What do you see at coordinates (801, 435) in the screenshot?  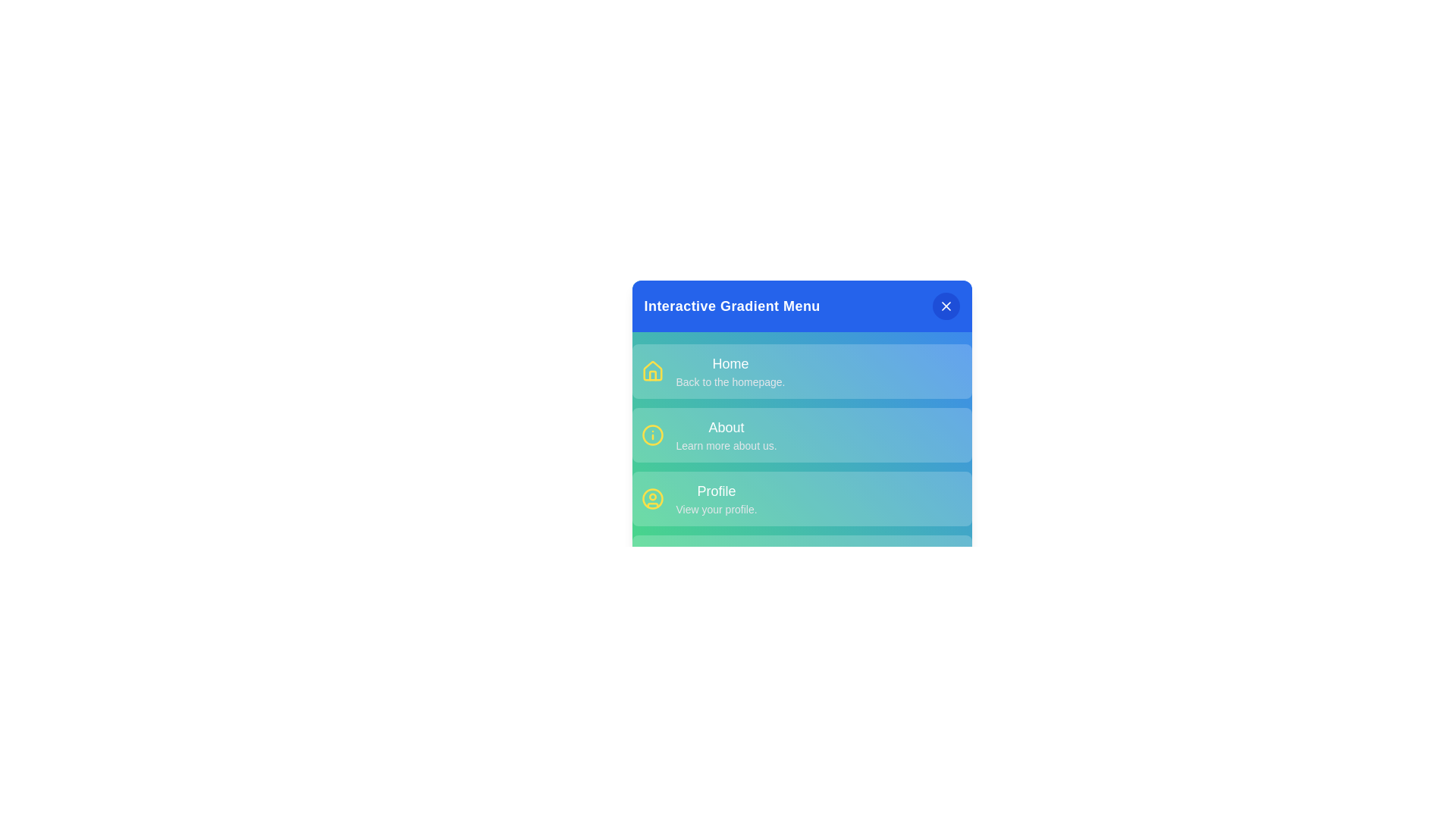 I see `the menu item corresponding to About` at bounding box center [801, 435].